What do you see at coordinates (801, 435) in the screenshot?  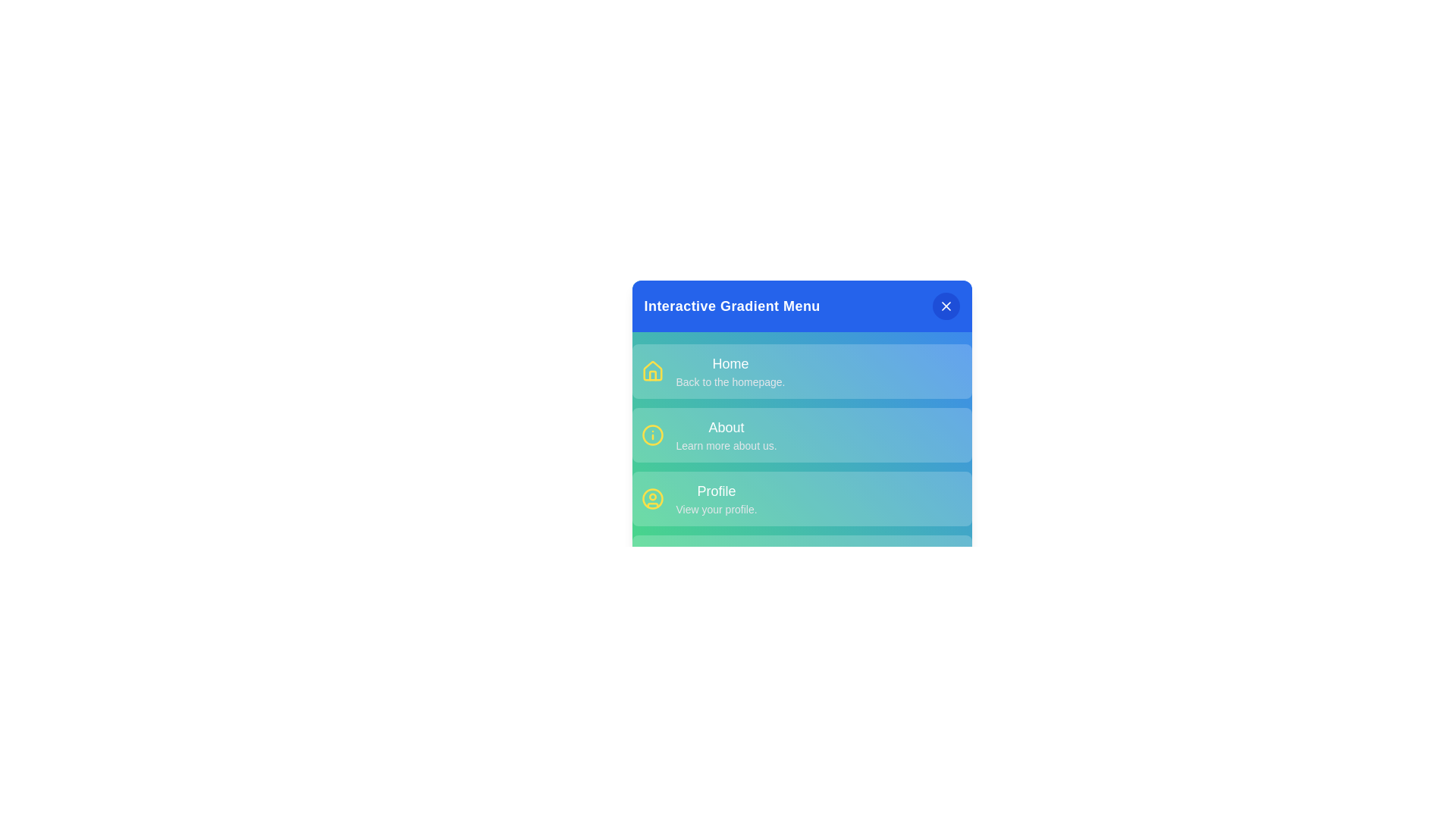 I see `the menu item corresponding to About` at bounding box center [801, 435].